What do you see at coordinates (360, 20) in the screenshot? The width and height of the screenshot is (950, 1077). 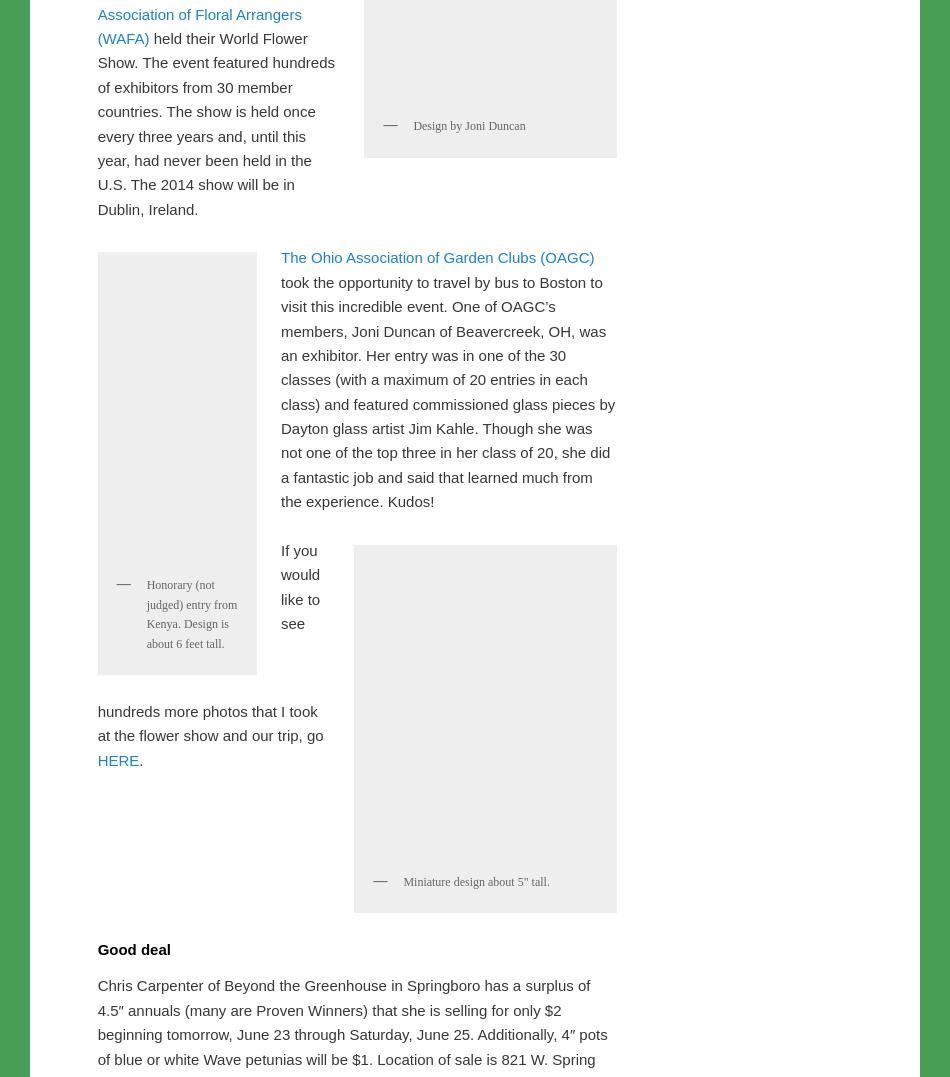 I see `'gardening'` at bounding box center [360, 20].